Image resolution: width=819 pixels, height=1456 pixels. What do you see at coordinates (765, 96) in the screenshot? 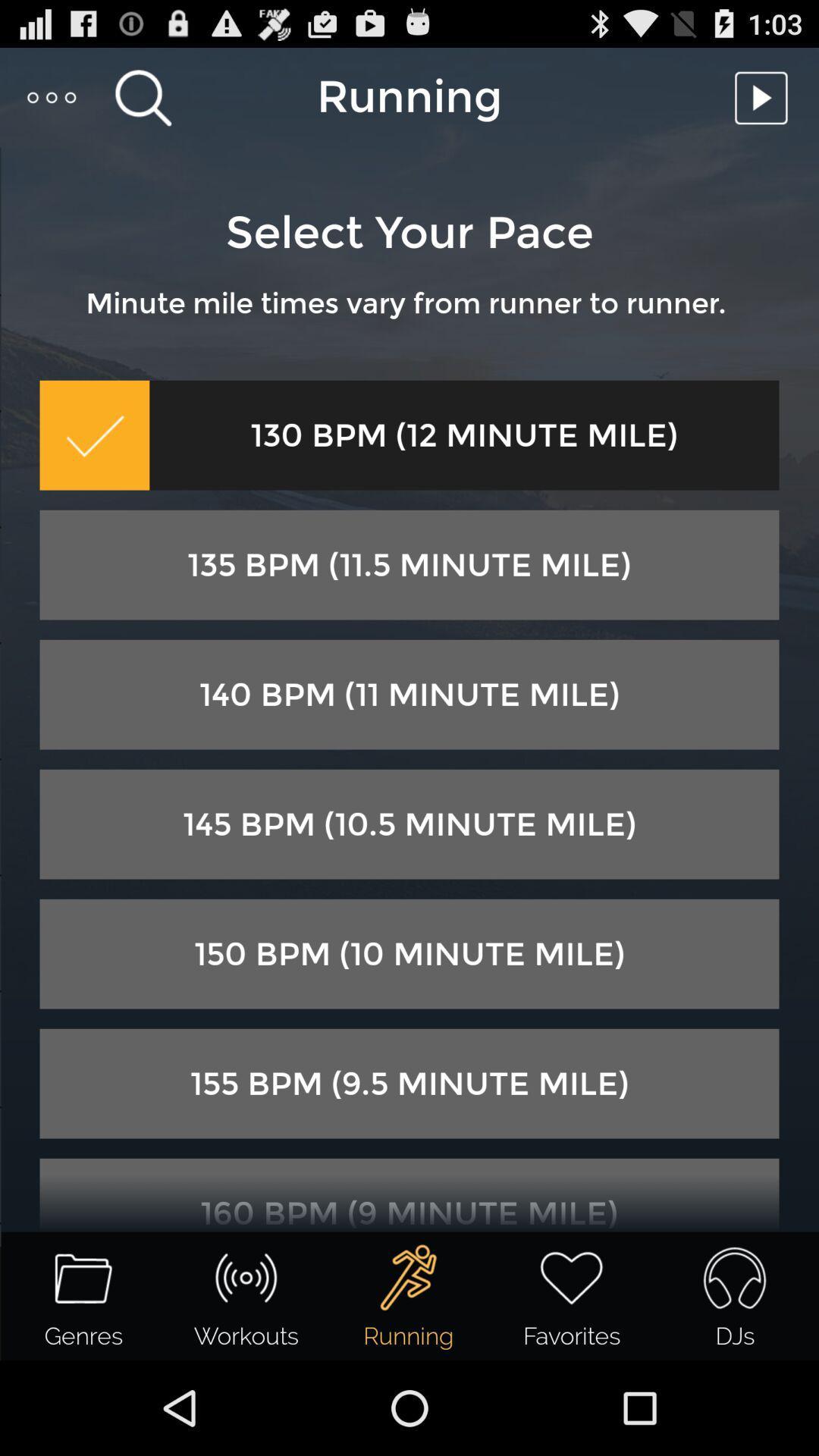
I see `play` at bounding box center [765, 96].